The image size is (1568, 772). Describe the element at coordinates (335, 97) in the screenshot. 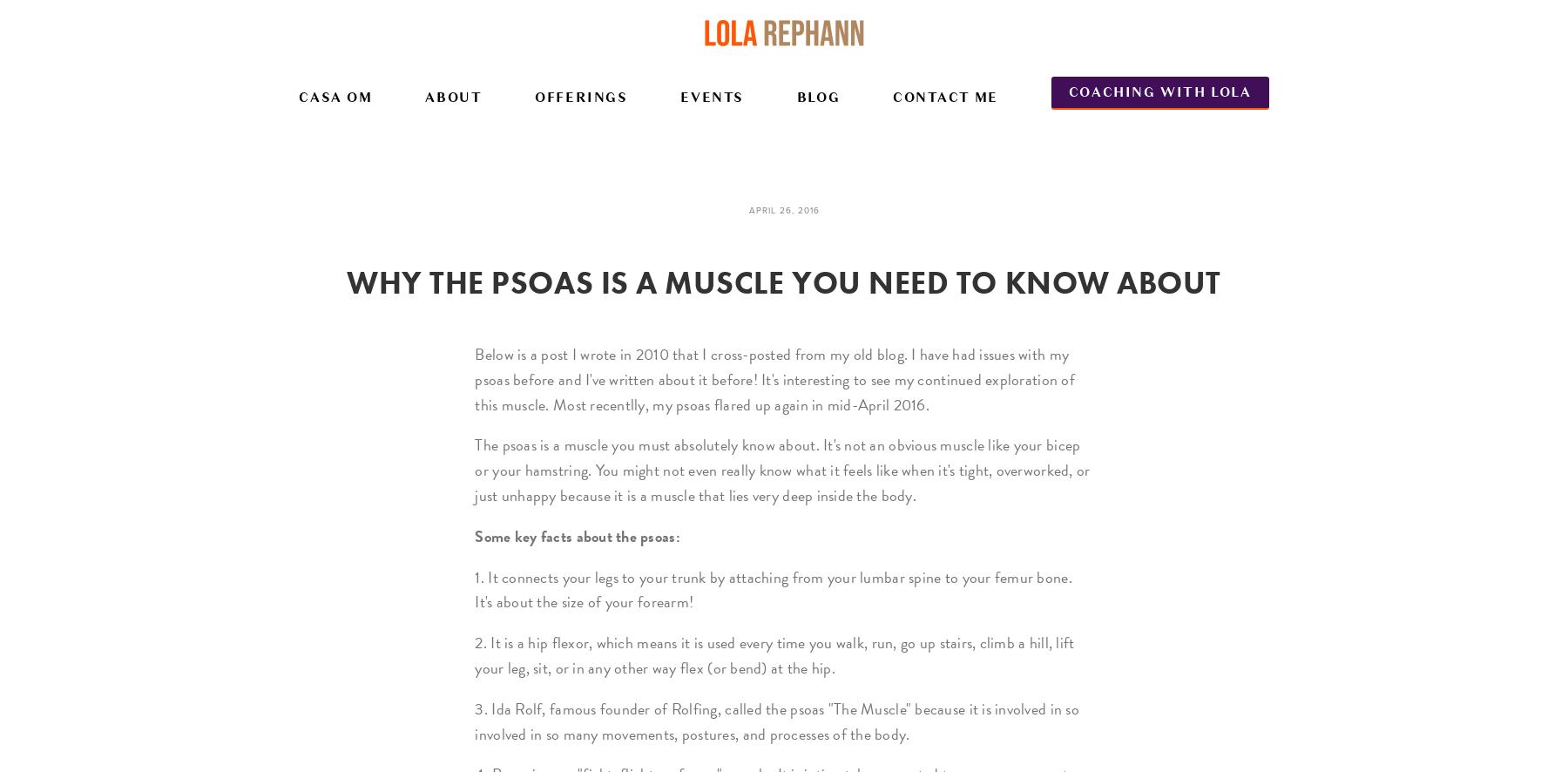

I see `'Casa Om'` at that location.